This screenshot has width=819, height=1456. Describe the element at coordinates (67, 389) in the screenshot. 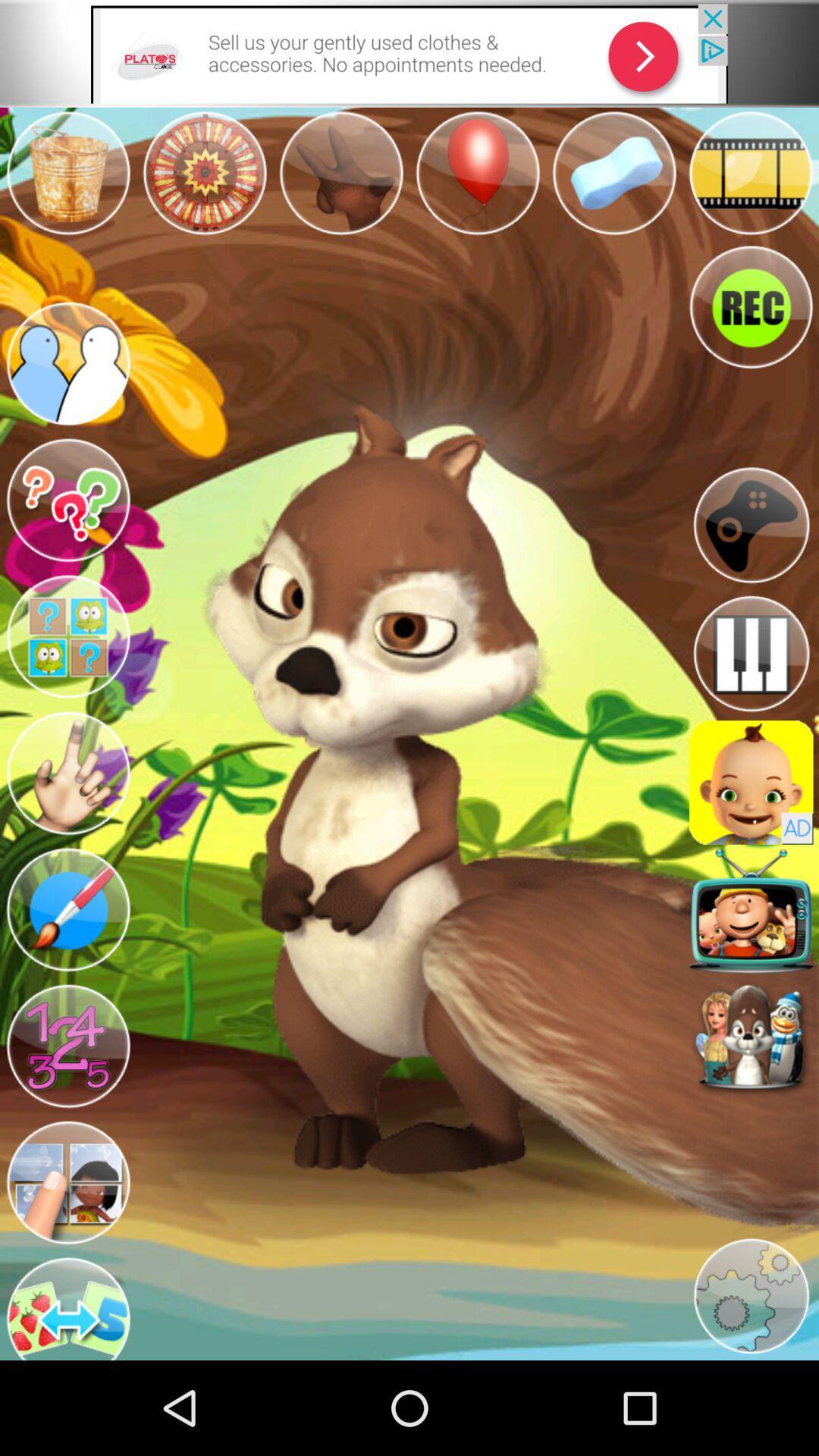

I see `the group icon` at that location.